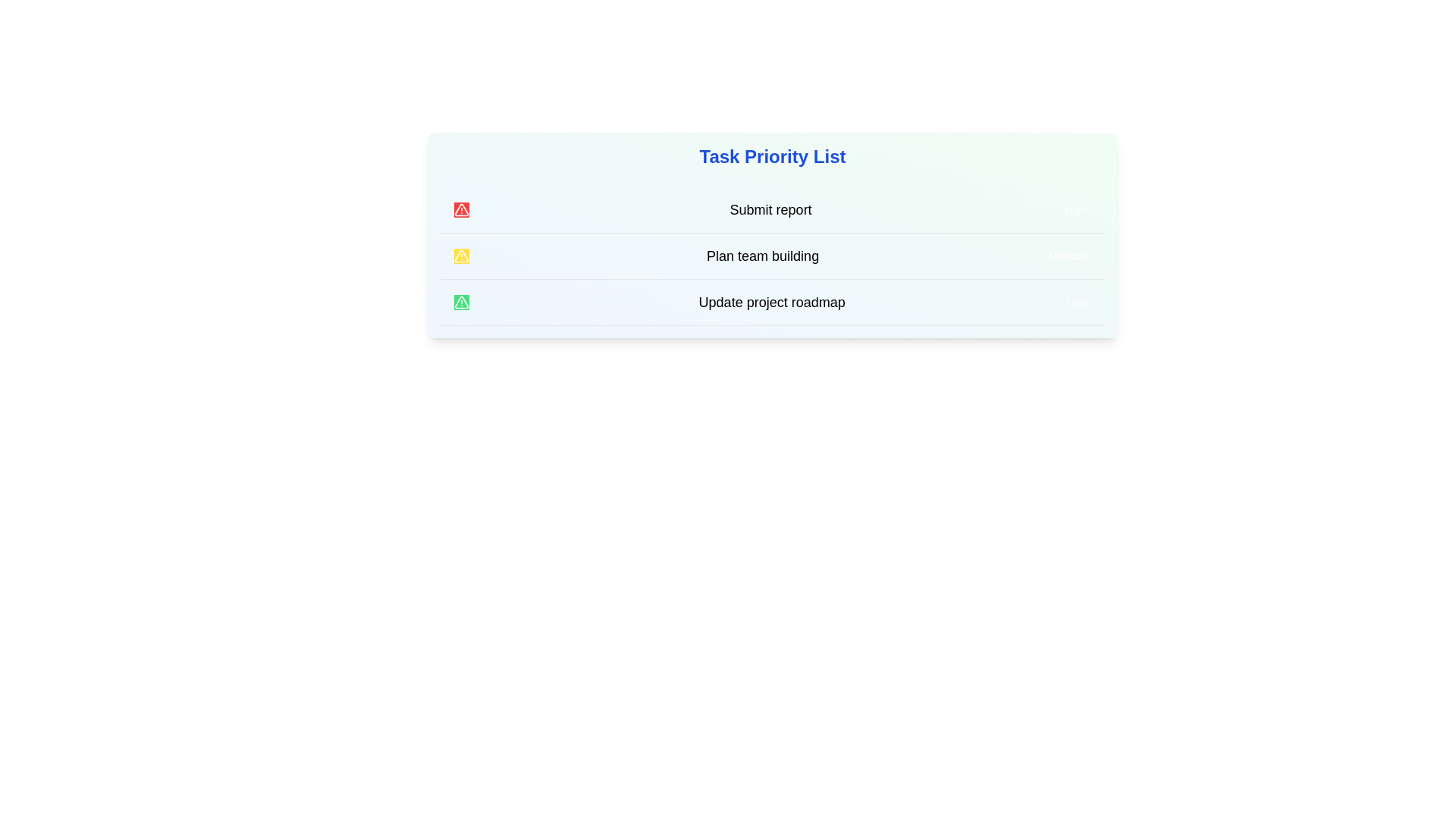 Image resolution: width=1456 pixels, height=819 pixels. What do you see at coordinates (763, 256) in the screenshot?
I see `the task title corresponding to Plan team building` at bounding box center [763, 256].